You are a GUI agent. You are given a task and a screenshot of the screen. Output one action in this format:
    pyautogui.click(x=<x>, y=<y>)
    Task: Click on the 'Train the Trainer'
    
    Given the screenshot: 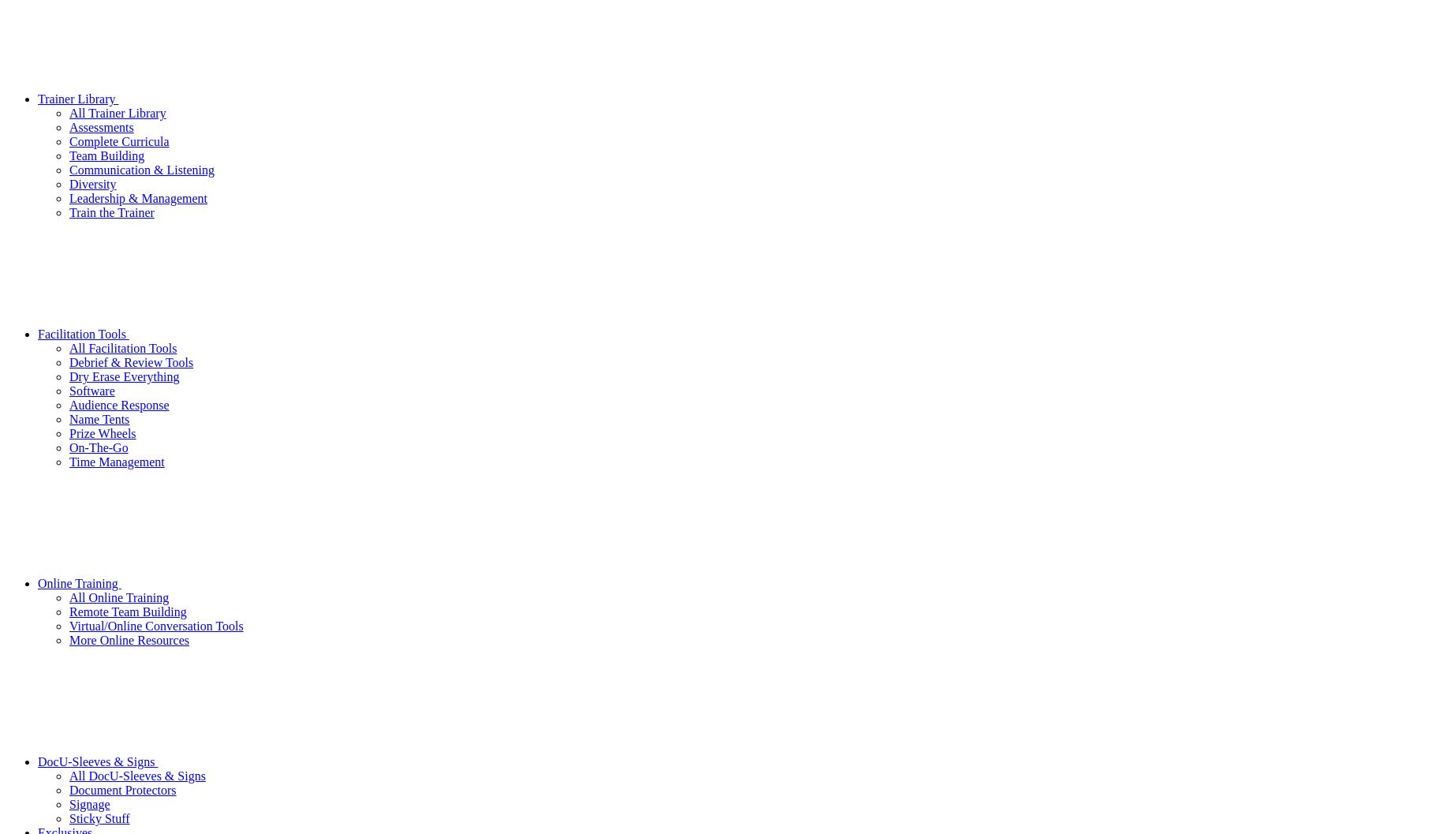 What is the action you would take?
    pyautogui.click(x=111, y=211)
    